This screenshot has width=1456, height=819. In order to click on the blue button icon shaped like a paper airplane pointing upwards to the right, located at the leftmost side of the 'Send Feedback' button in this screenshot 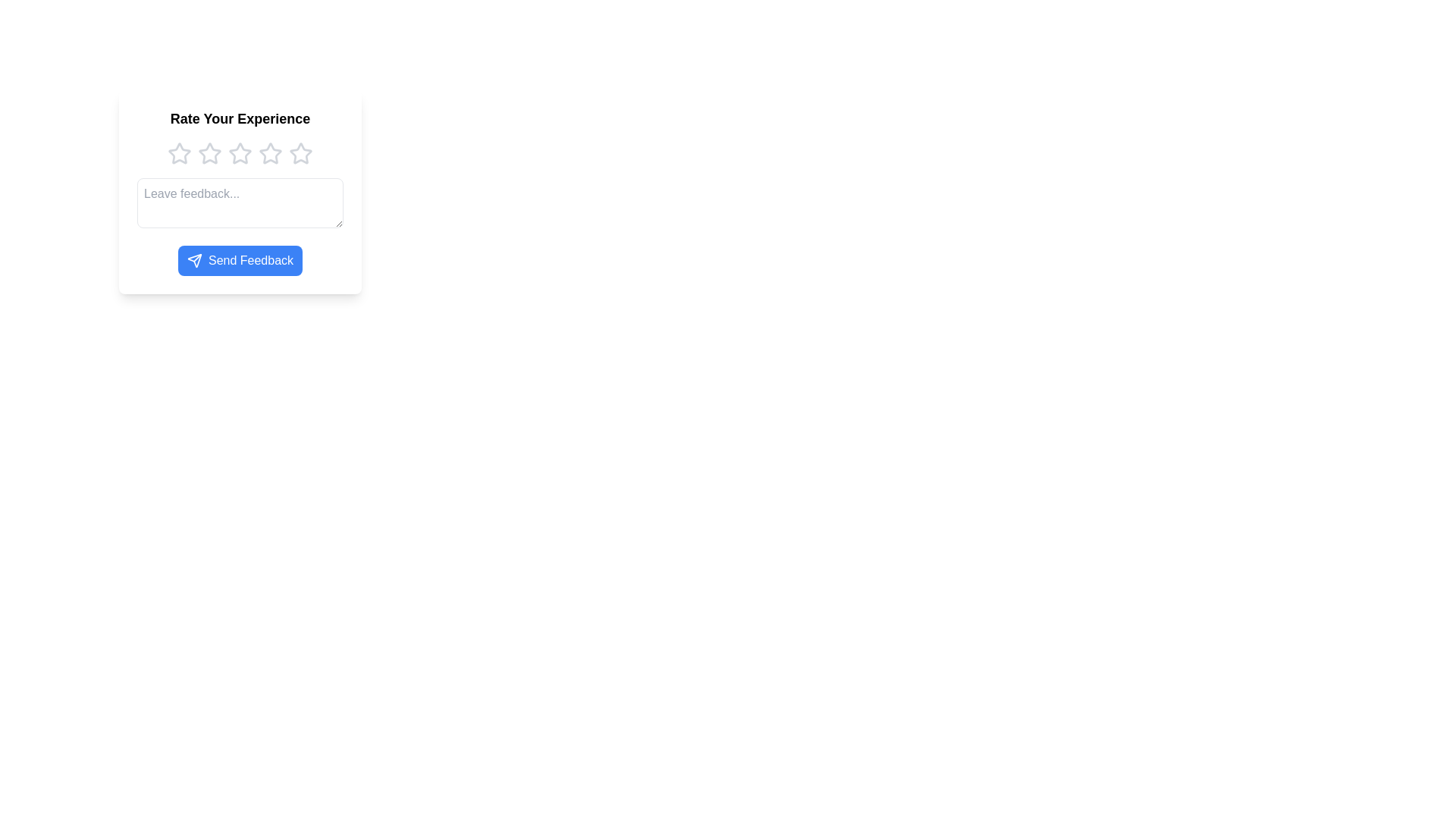, I will do `click(193, 259)`.